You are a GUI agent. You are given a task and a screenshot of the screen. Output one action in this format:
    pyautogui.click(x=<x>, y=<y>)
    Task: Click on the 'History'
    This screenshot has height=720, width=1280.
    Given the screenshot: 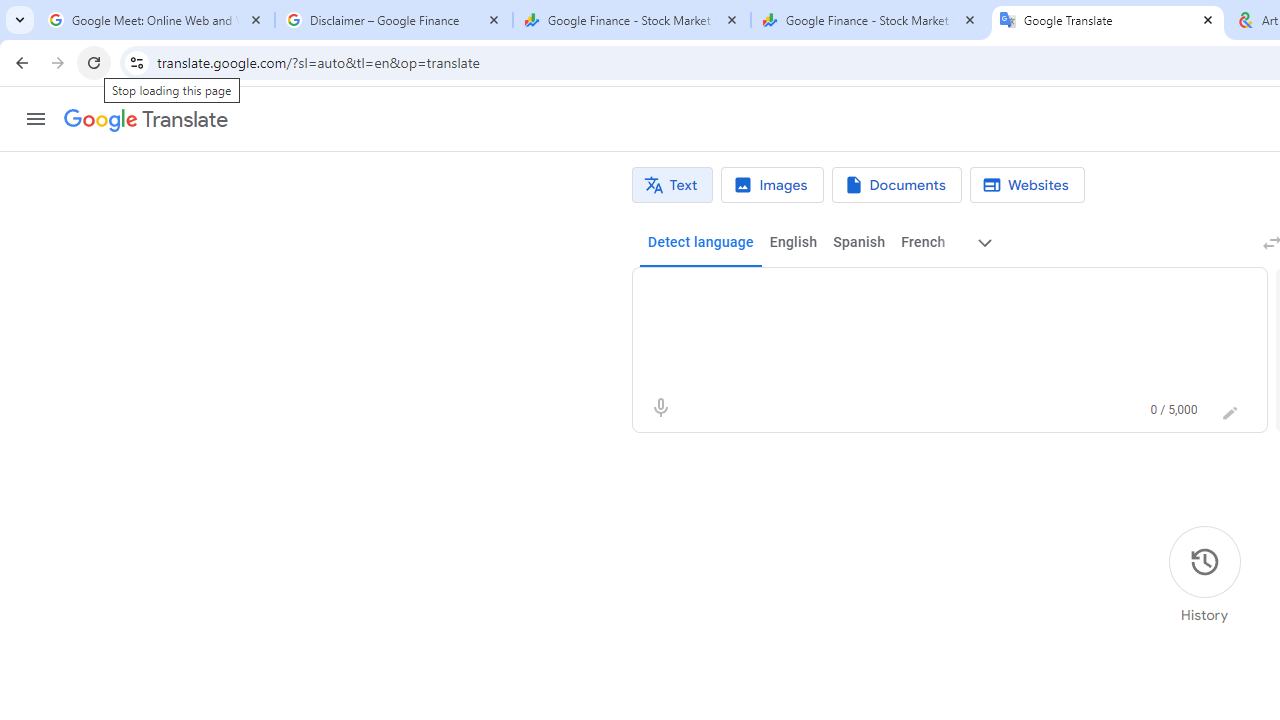 What is the action you would take?
    pyautogui.click(x=1203, y=575)
    